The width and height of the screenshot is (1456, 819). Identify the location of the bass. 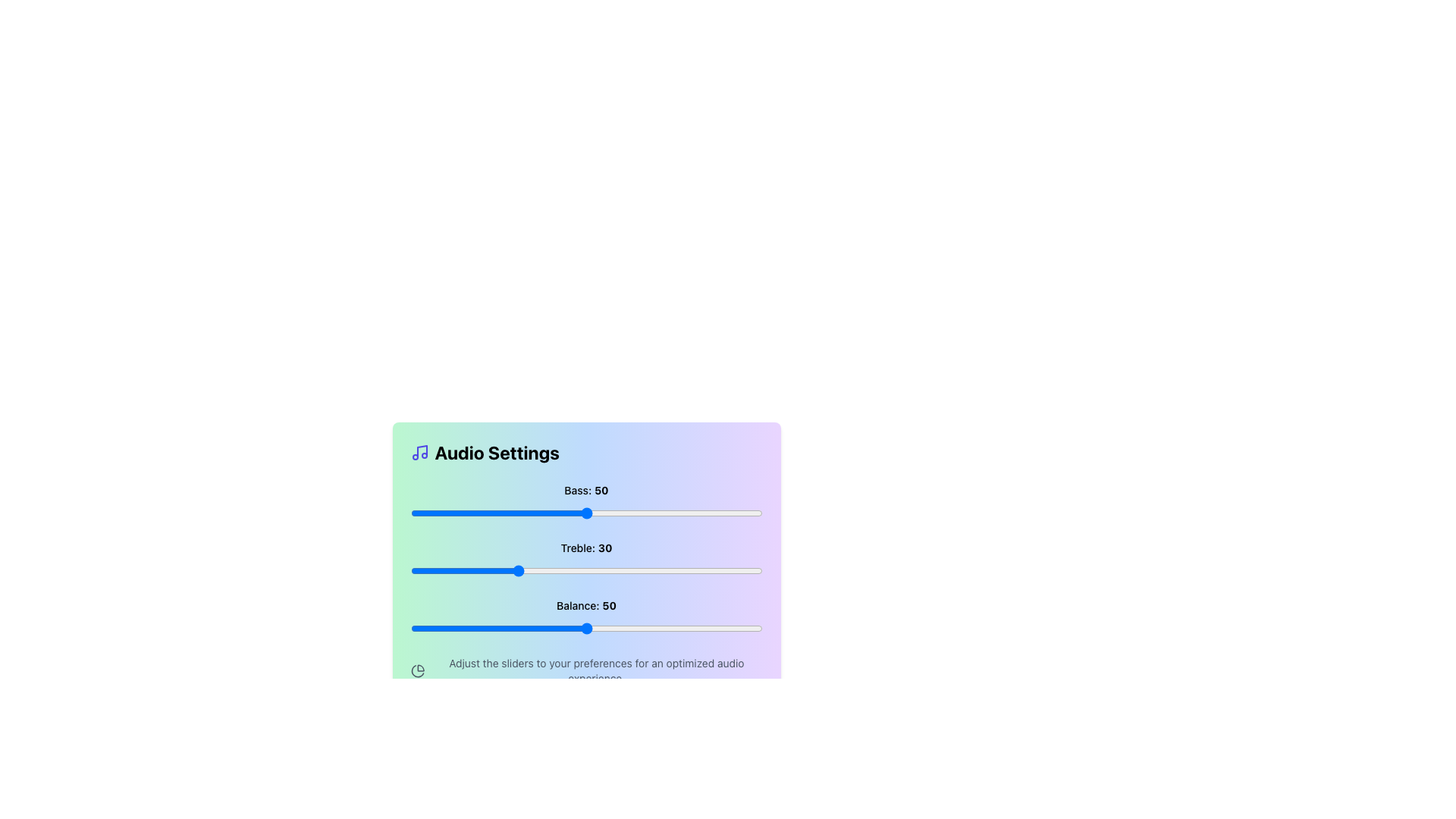
(670, 513).